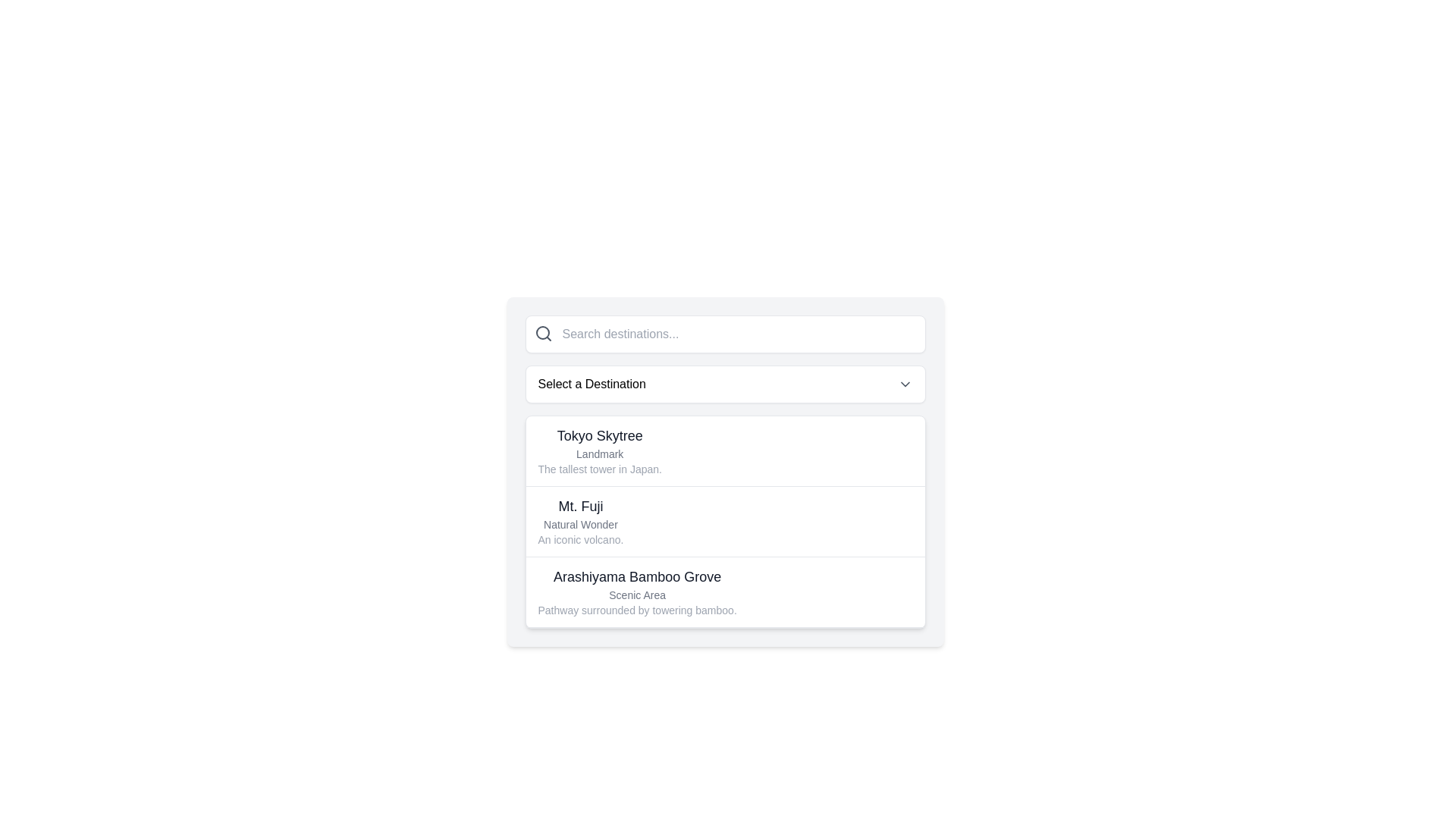 The width and height of the screenshot is (1456, 819). What do you see at coordinates (724, 591) in the screenshot?
I see `the selectable list item titled 'Arashiyama Bamboo Grove', which is the third entry in the list` at bounding box center [724, 591].